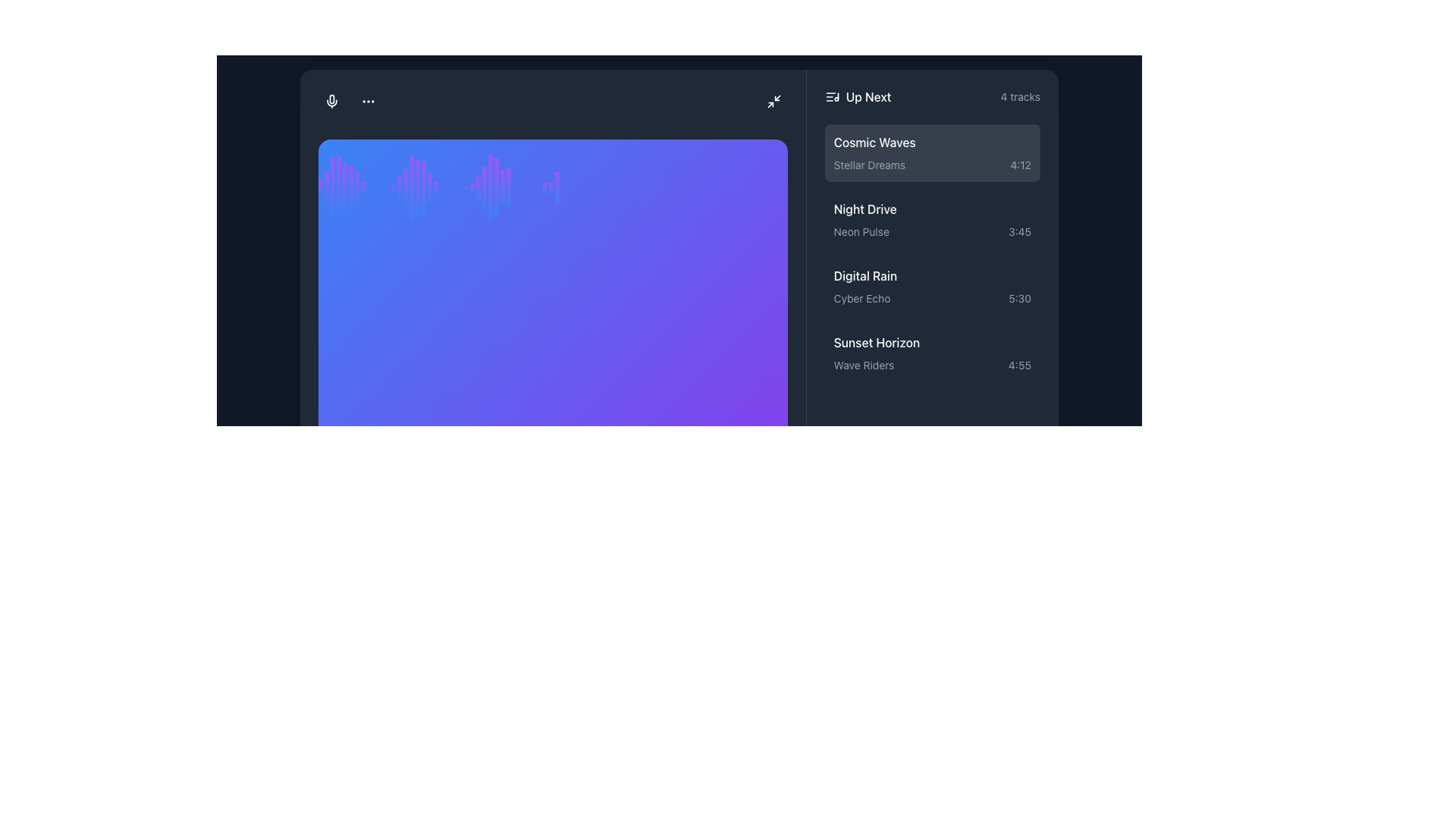 The width and height of the screenshot is (1456, 819). I want to click on the circular button with a heart icon inside, located in the 'Up Next' sidebar panel, aligned with the 'Night Drive' track, so click(1022, 209).